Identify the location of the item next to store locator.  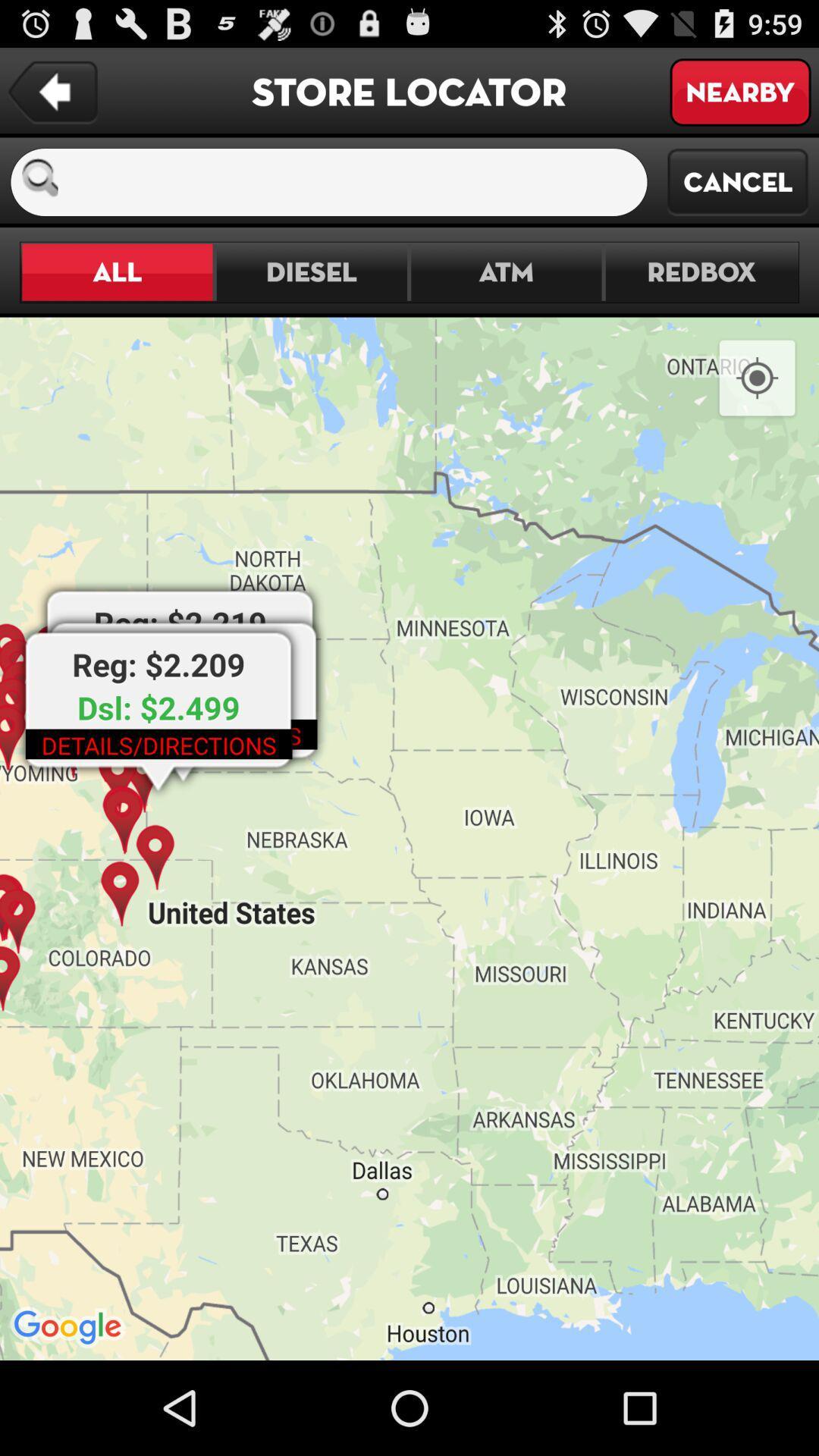
(52, 92).